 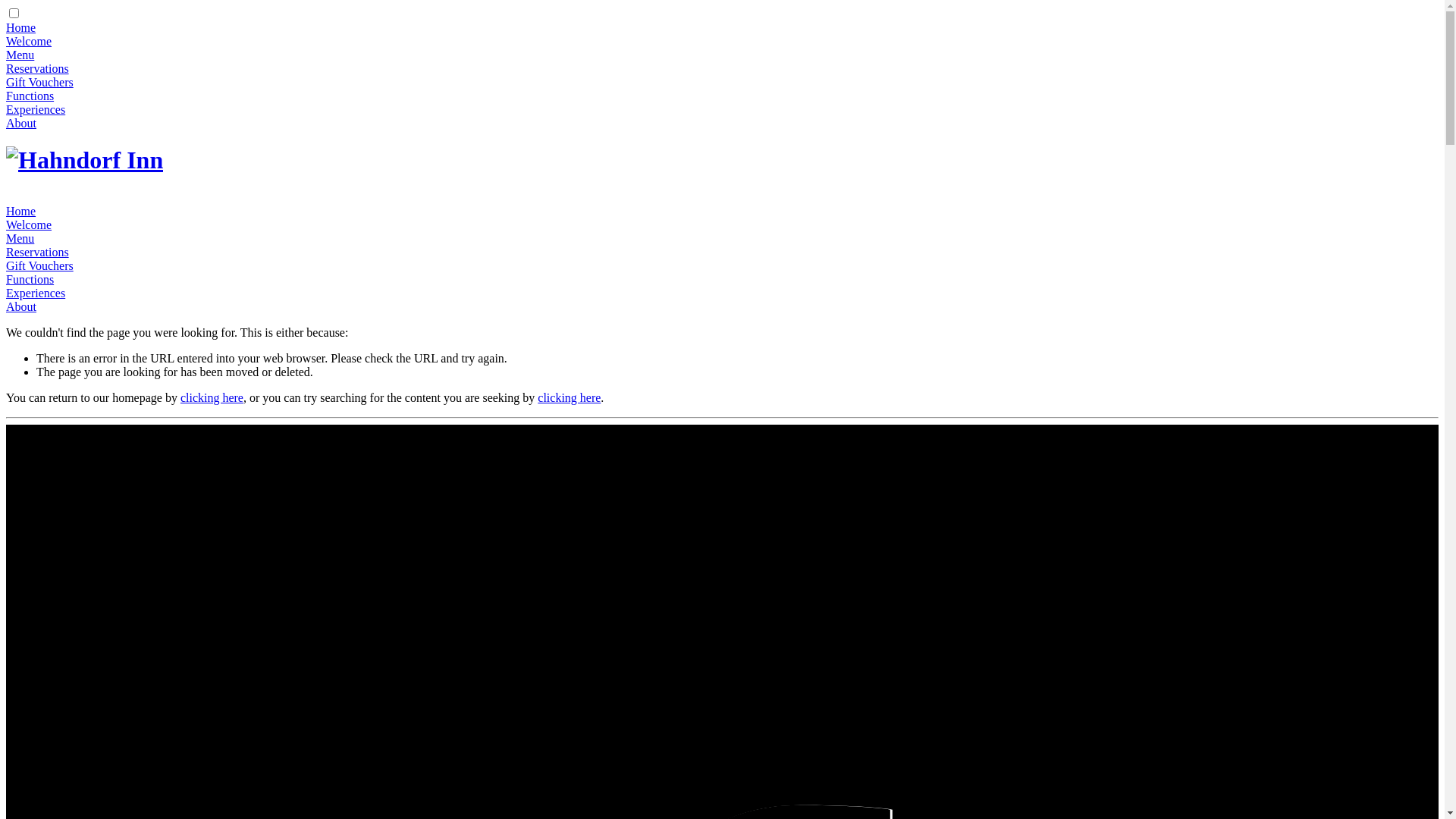 What do you see at coordinates (36, 108) in the screenshot?
I see `'Experiences'` at bounding box center [36, 108].